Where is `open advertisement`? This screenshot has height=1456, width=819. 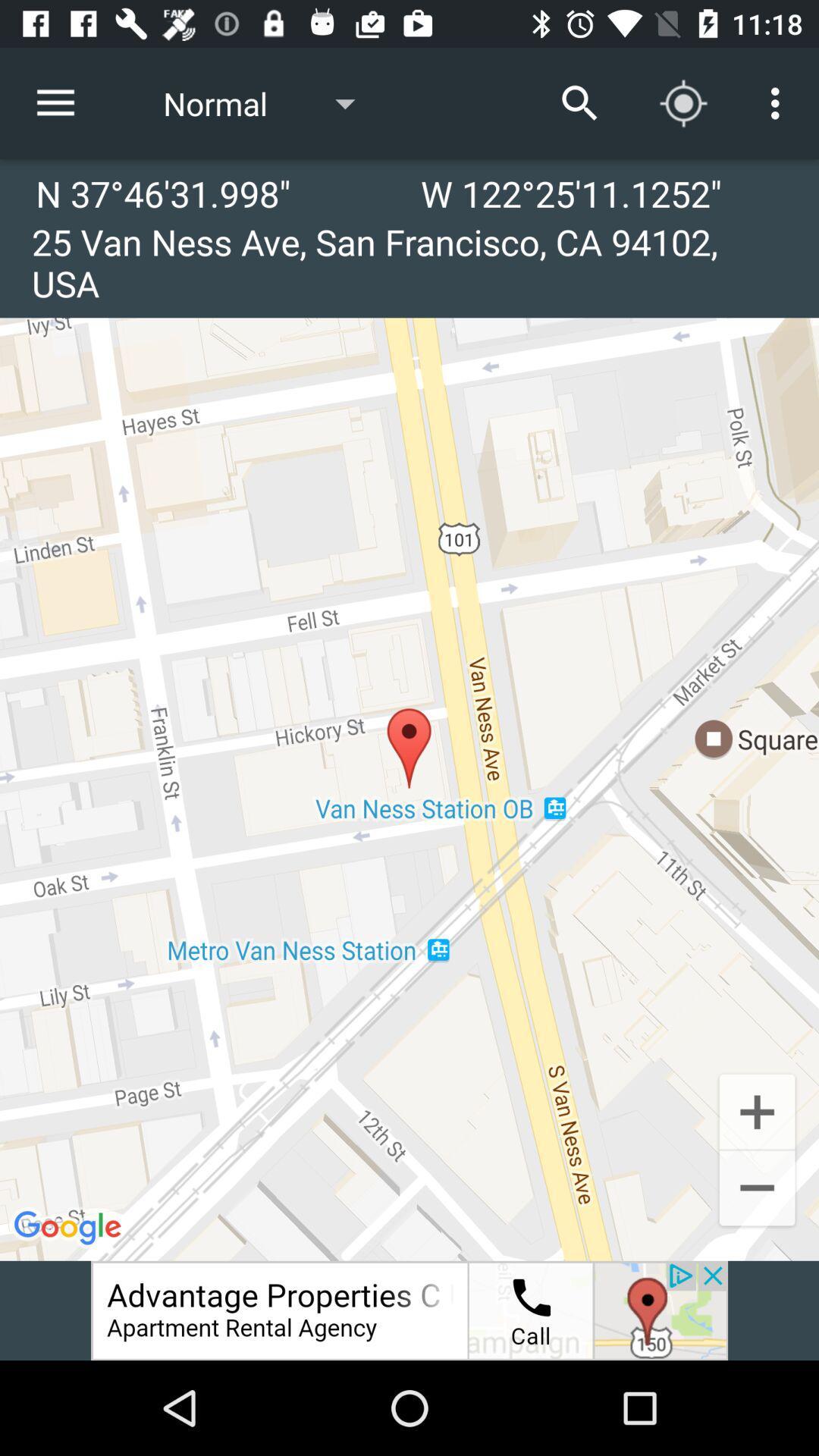 open advertisement is located at coordinates (409, 1310).